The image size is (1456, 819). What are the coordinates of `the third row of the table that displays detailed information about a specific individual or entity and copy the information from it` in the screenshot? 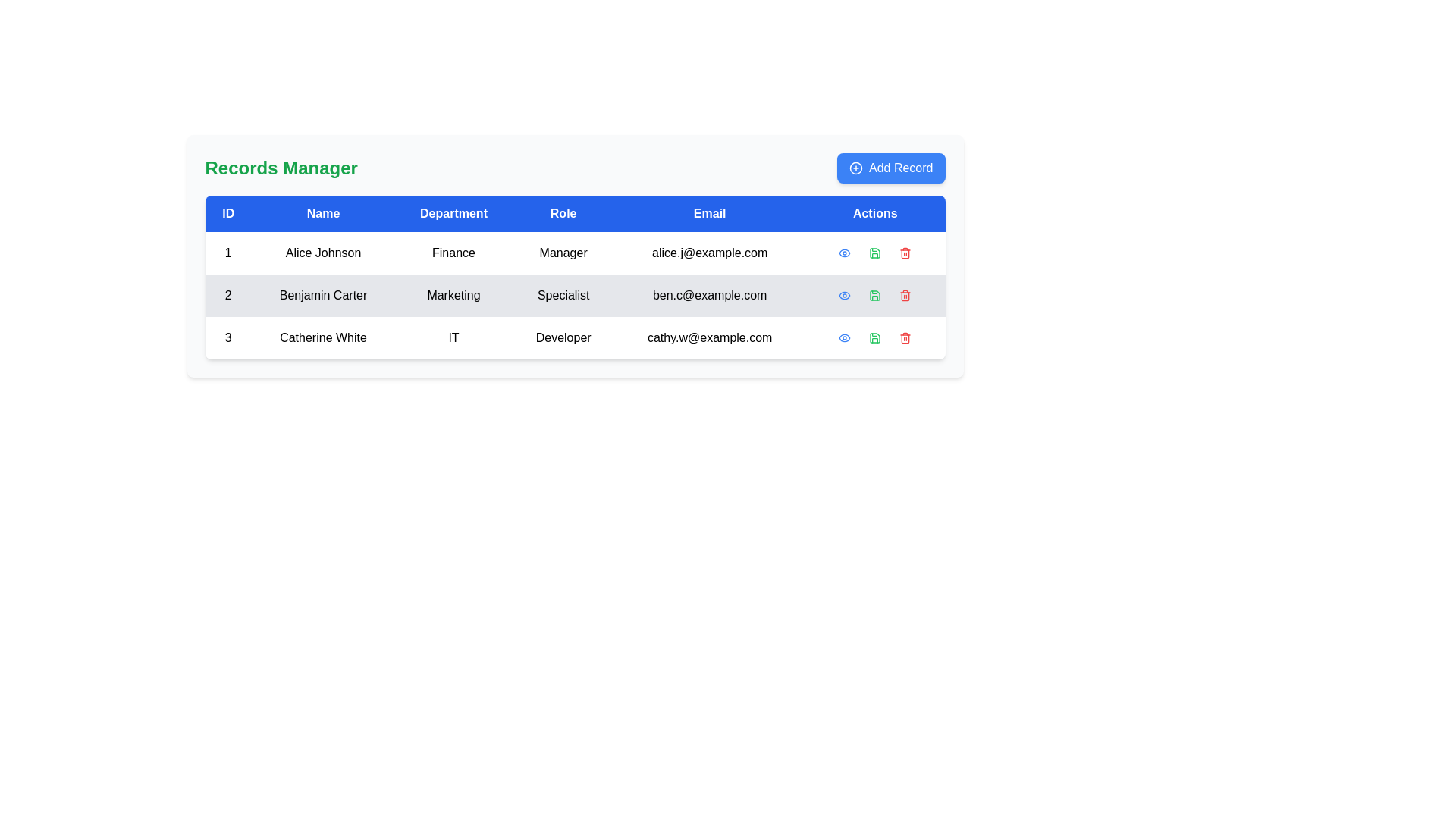 It's located at (574, 337).